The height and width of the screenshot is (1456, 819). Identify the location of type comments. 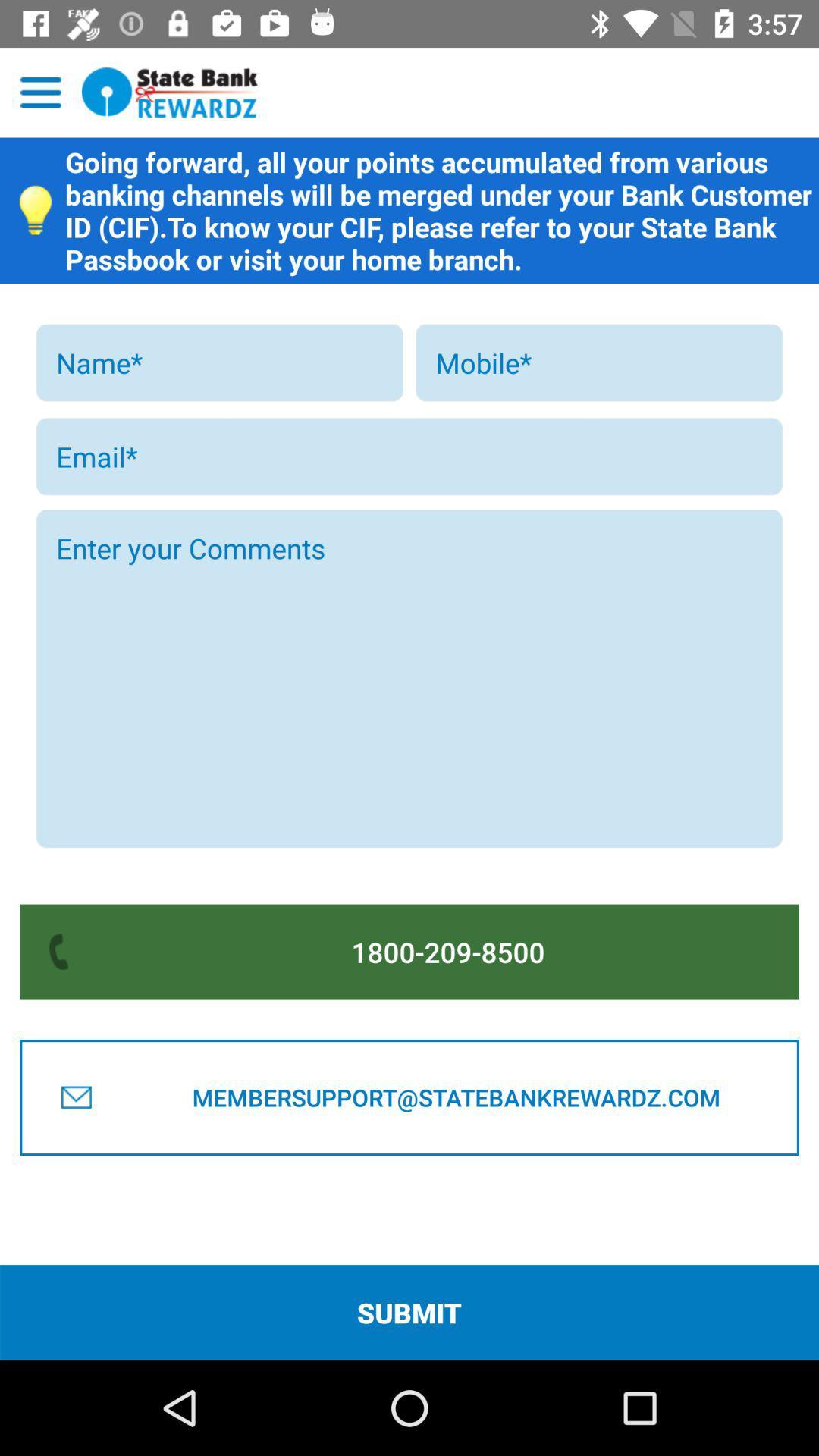
(409, 678).